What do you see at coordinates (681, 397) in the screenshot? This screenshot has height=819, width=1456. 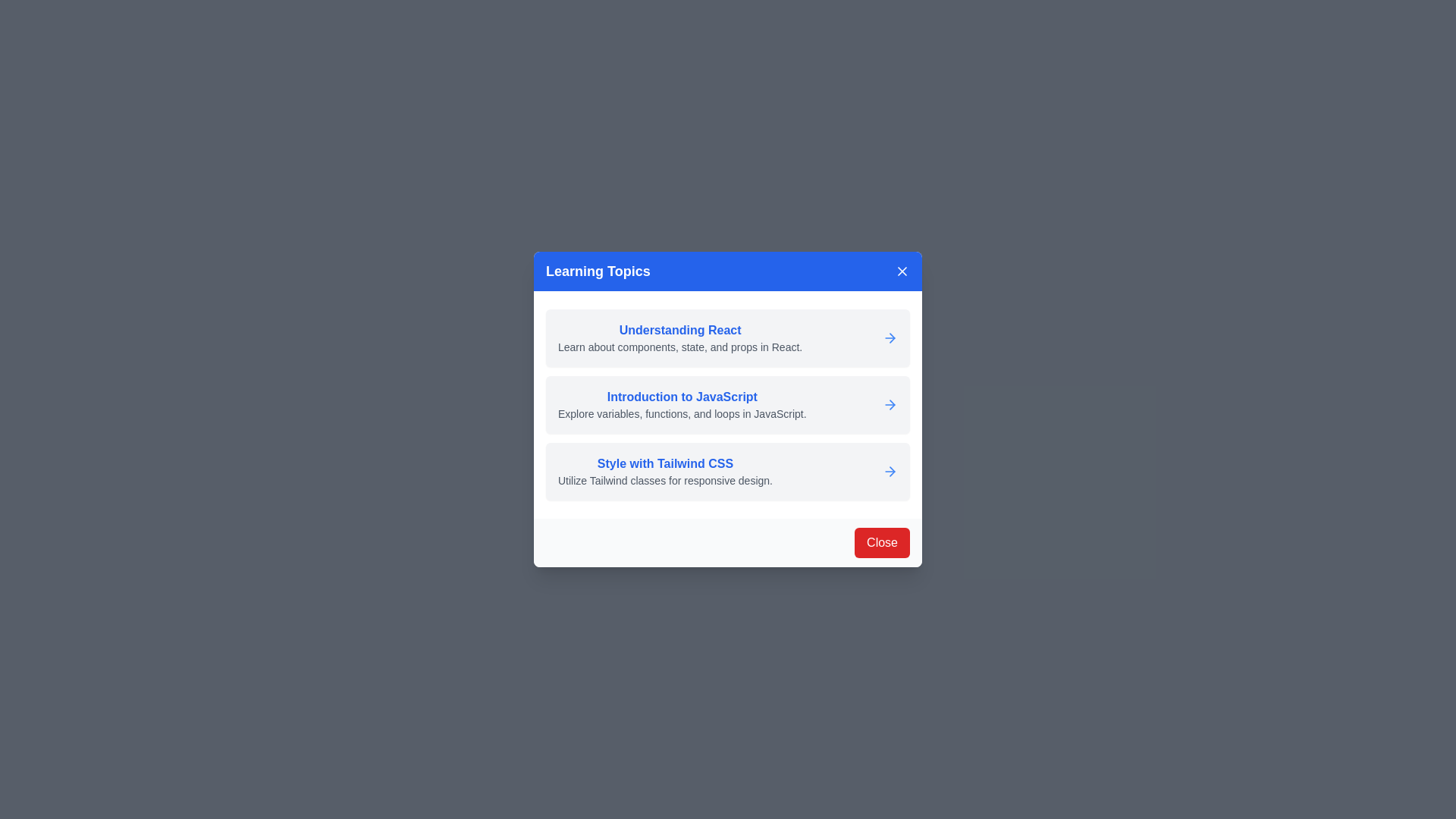 I see `the clickable title text for the JavaScript programming concepts module` at bounding box center [681, 397].